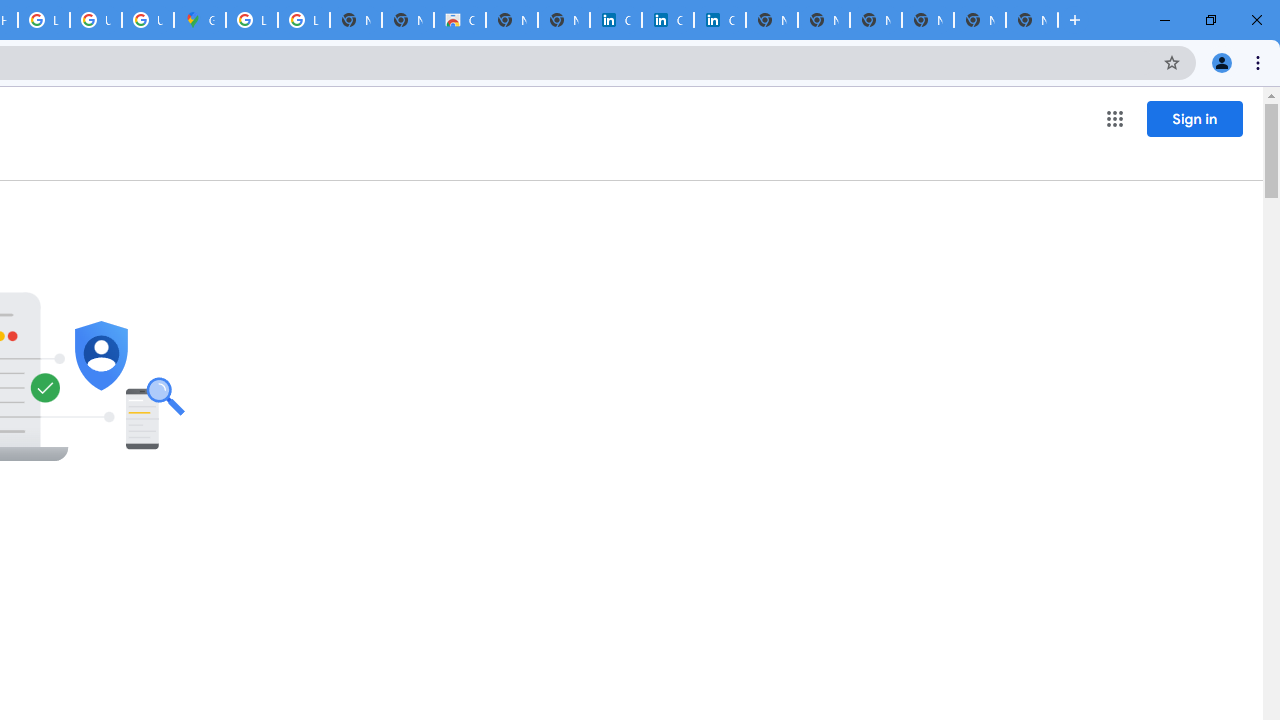 This screenshot has height=720, width=1280. Describe the element at coordinates (459, 20) in the screenshot. I see `'Chrome Web Store'` at that location.